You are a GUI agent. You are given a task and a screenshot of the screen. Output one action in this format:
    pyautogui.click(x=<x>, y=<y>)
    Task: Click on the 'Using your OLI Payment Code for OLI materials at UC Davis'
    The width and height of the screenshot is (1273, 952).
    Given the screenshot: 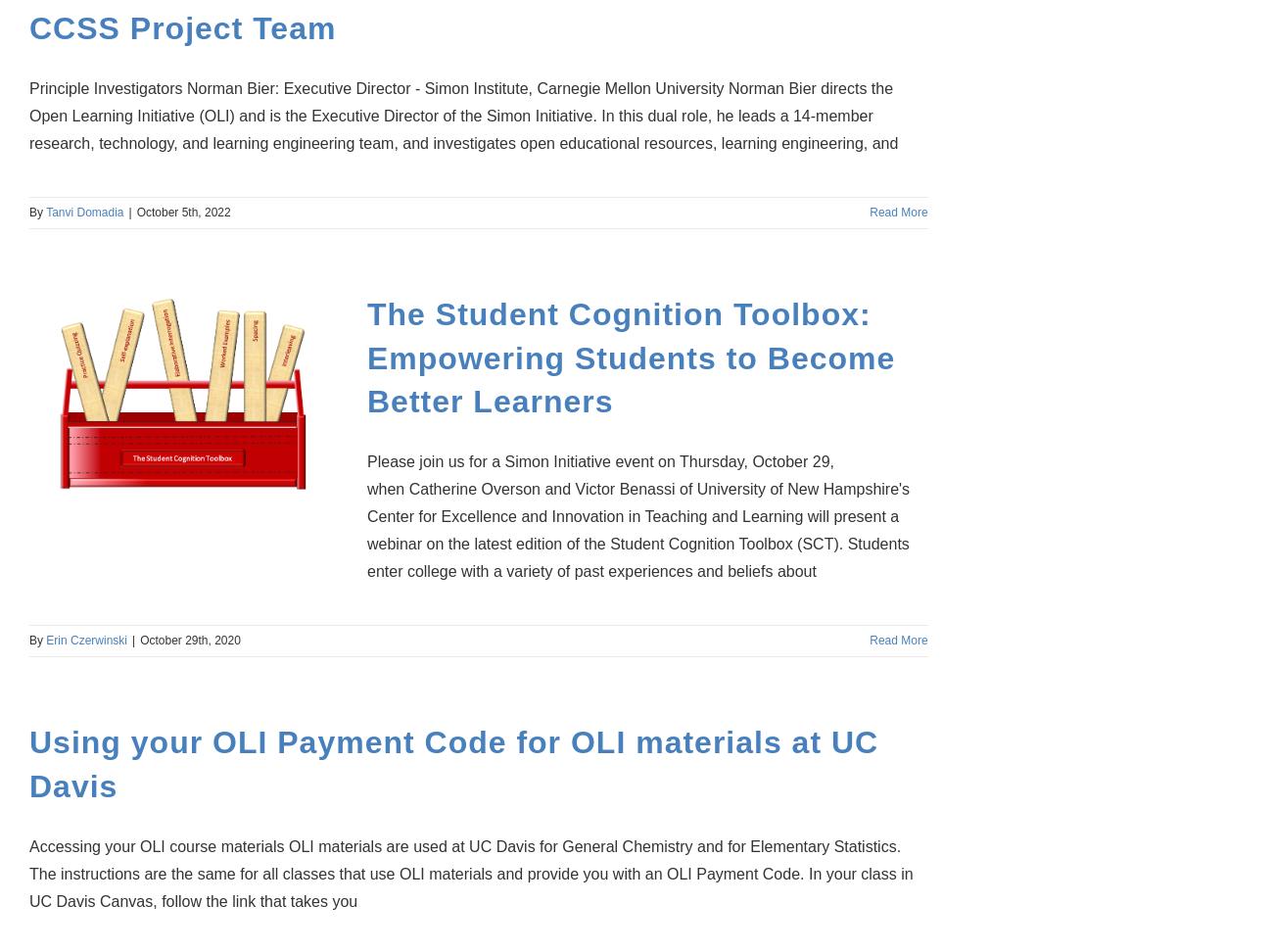 What is the action you would take?
    pyautogui.click(x=452, y=764)
    